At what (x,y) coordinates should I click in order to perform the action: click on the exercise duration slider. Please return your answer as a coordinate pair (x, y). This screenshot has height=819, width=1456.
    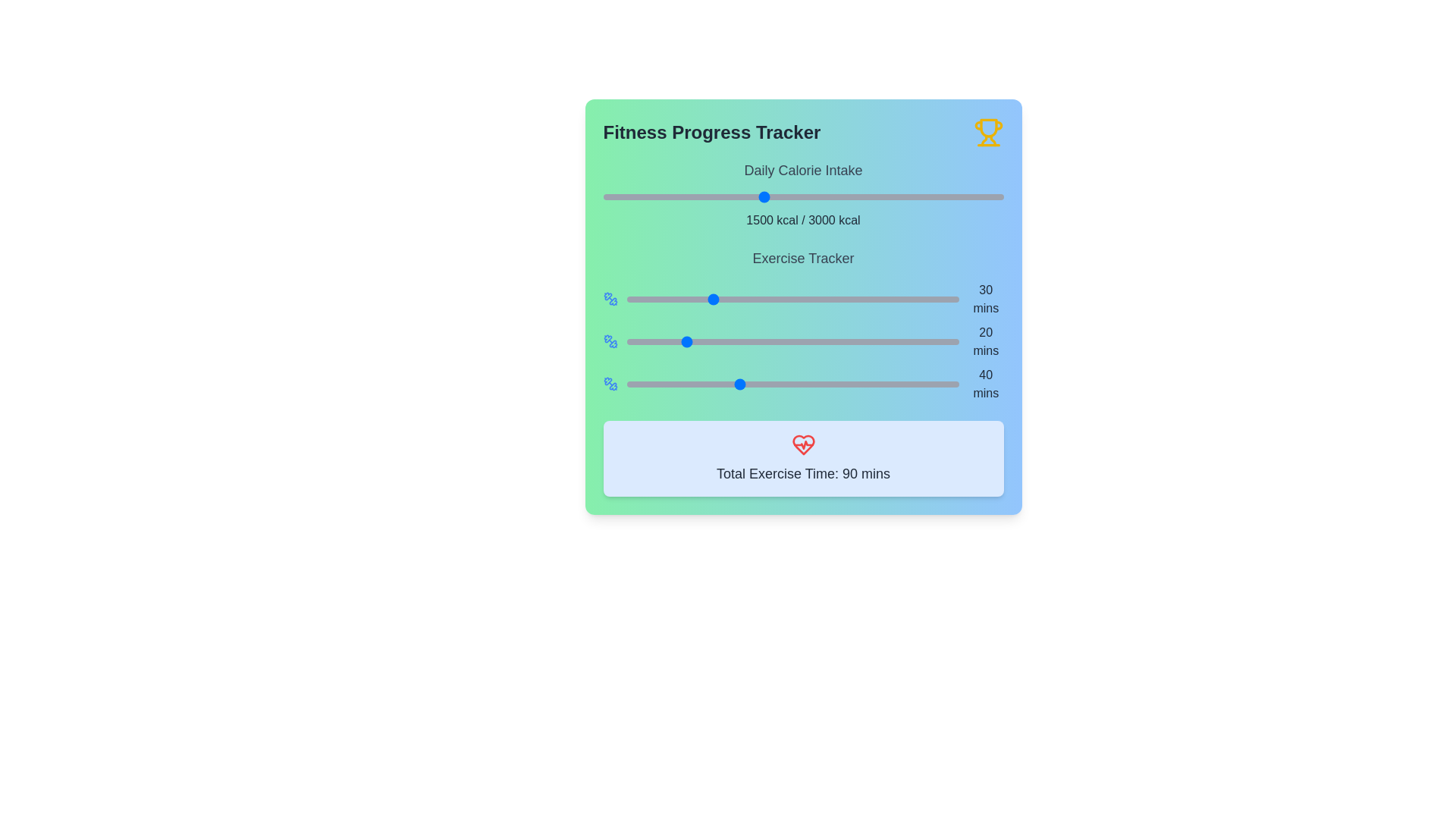
    Looking at the image, I should click on (638, 342).